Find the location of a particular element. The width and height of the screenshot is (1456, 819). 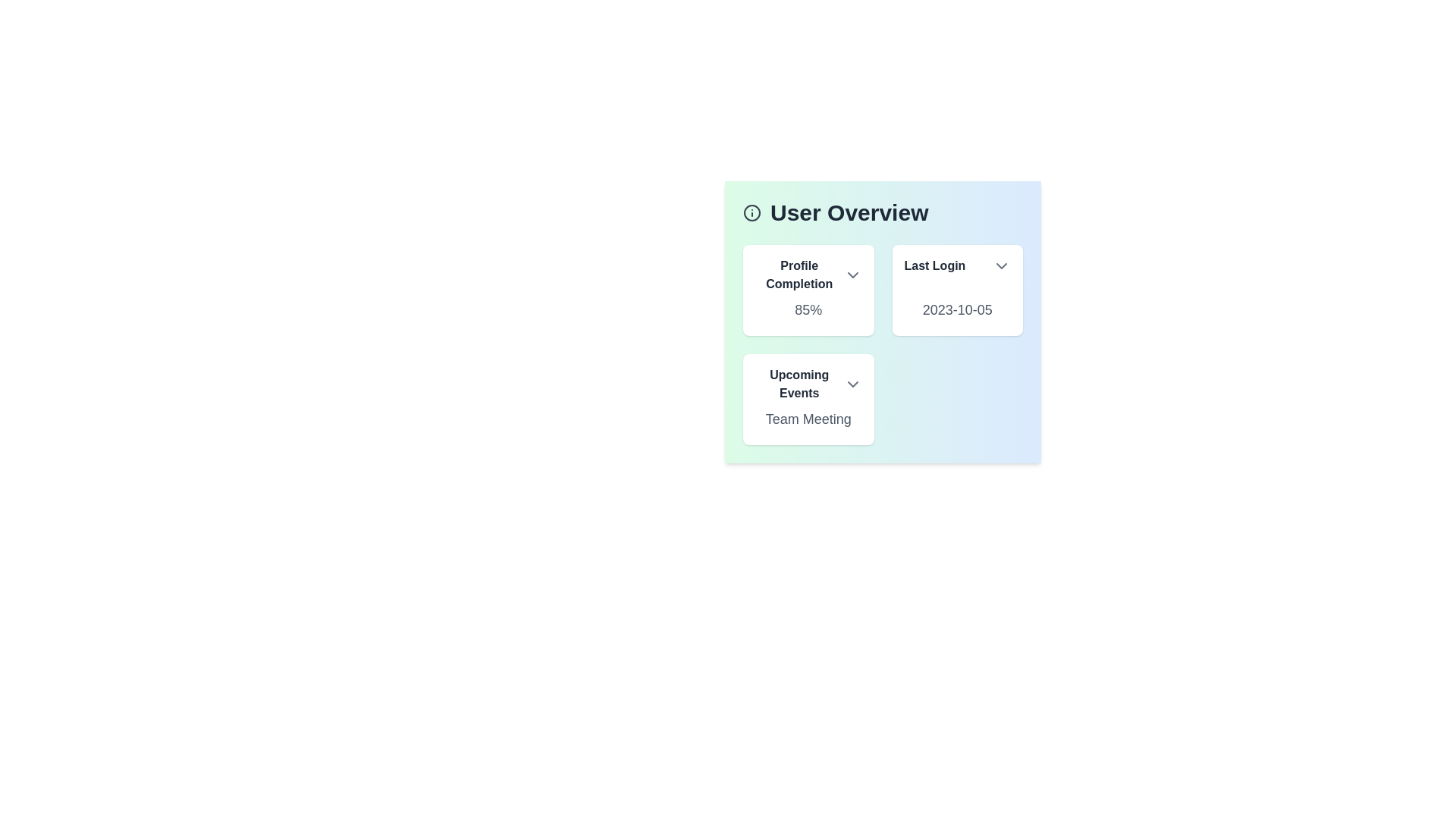

the grid layout containing cards in the 'User Overview' section is located at coordinates (883, 345).